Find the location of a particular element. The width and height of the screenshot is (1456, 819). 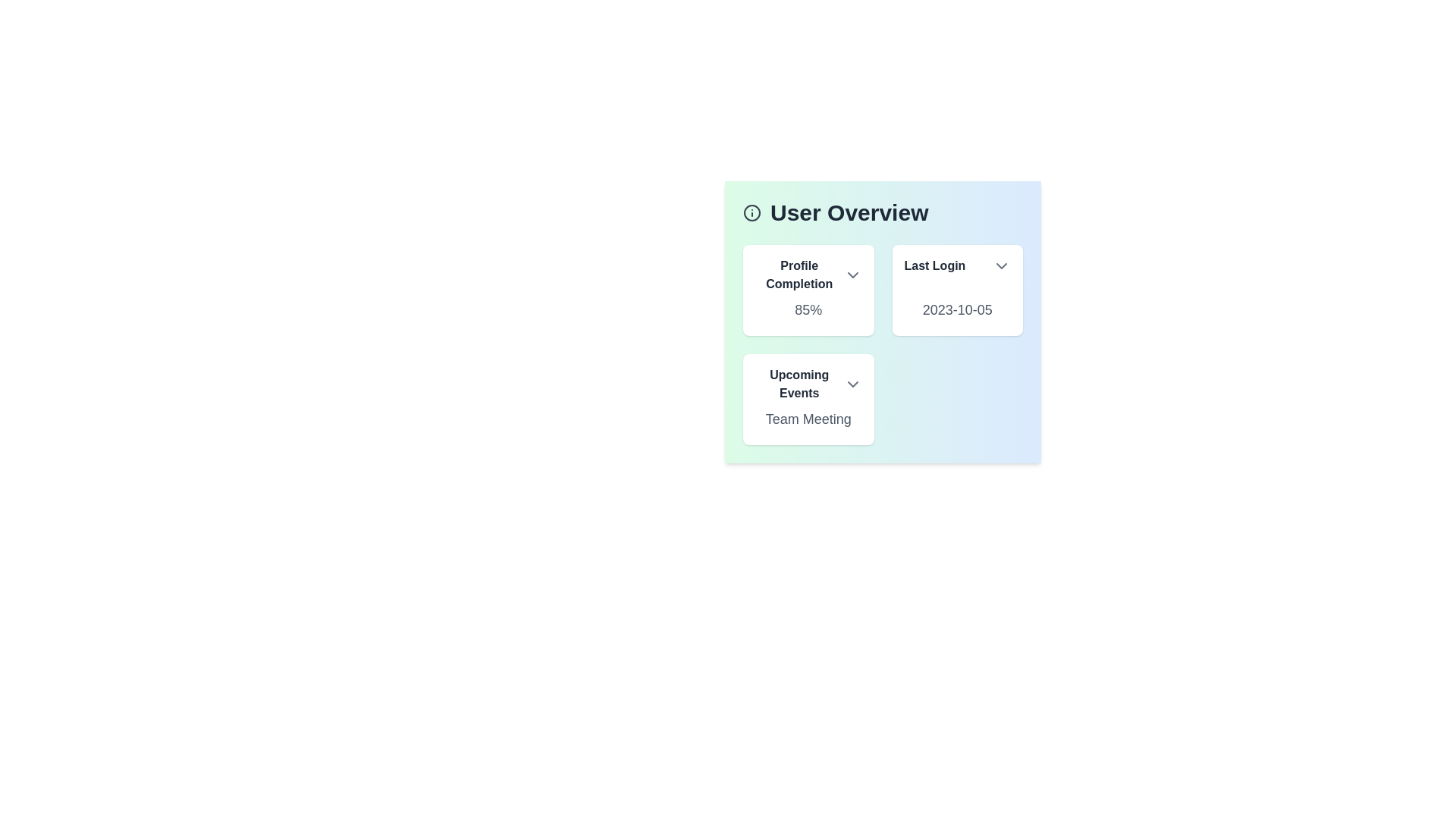

the grid layout containing cards in the 'User Overview' section is located at coordinates (883, 345).